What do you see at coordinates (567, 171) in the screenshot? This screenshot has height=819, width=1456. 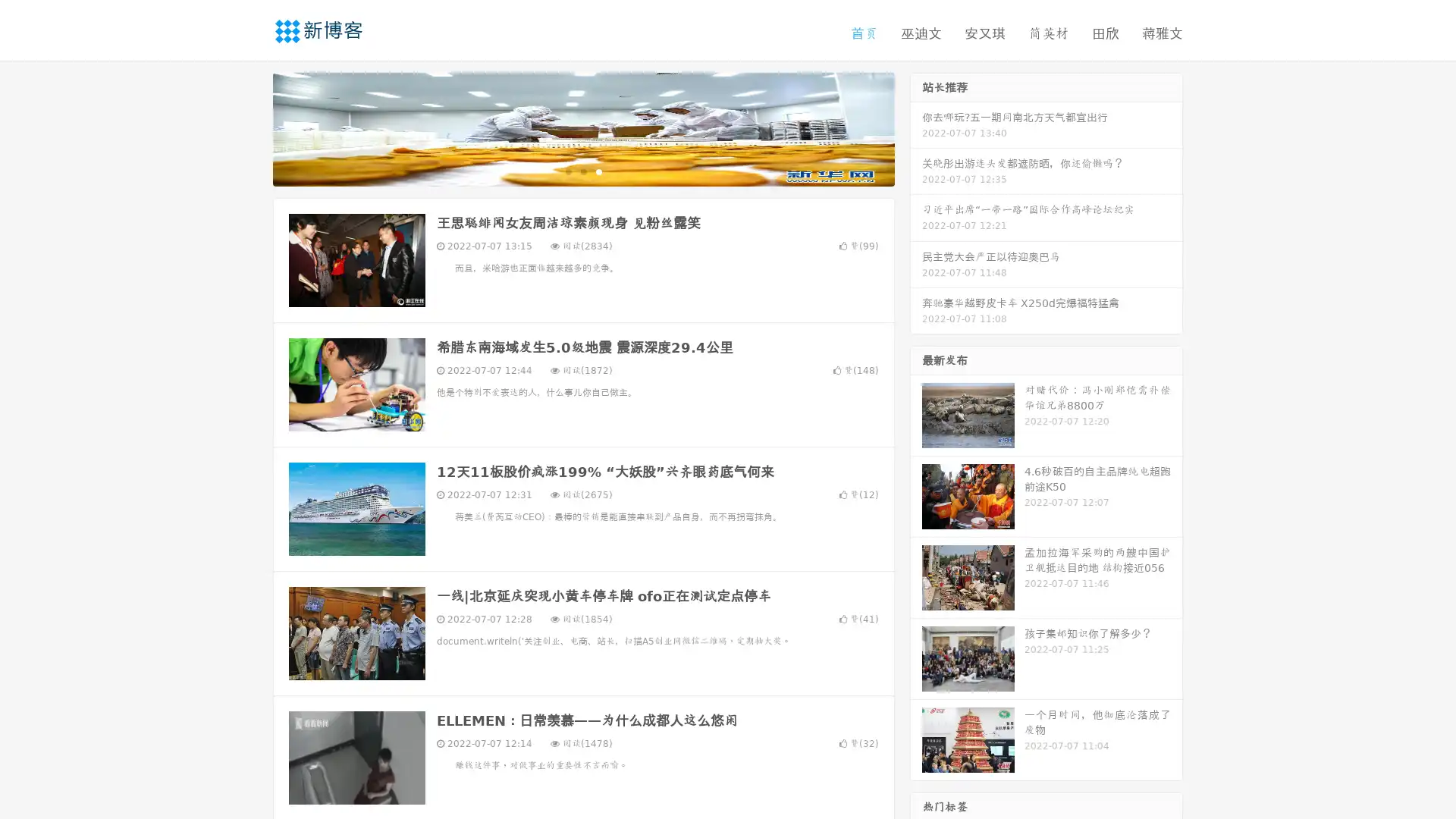 I see `Go to slide 1` at bounding box center [567, 171].